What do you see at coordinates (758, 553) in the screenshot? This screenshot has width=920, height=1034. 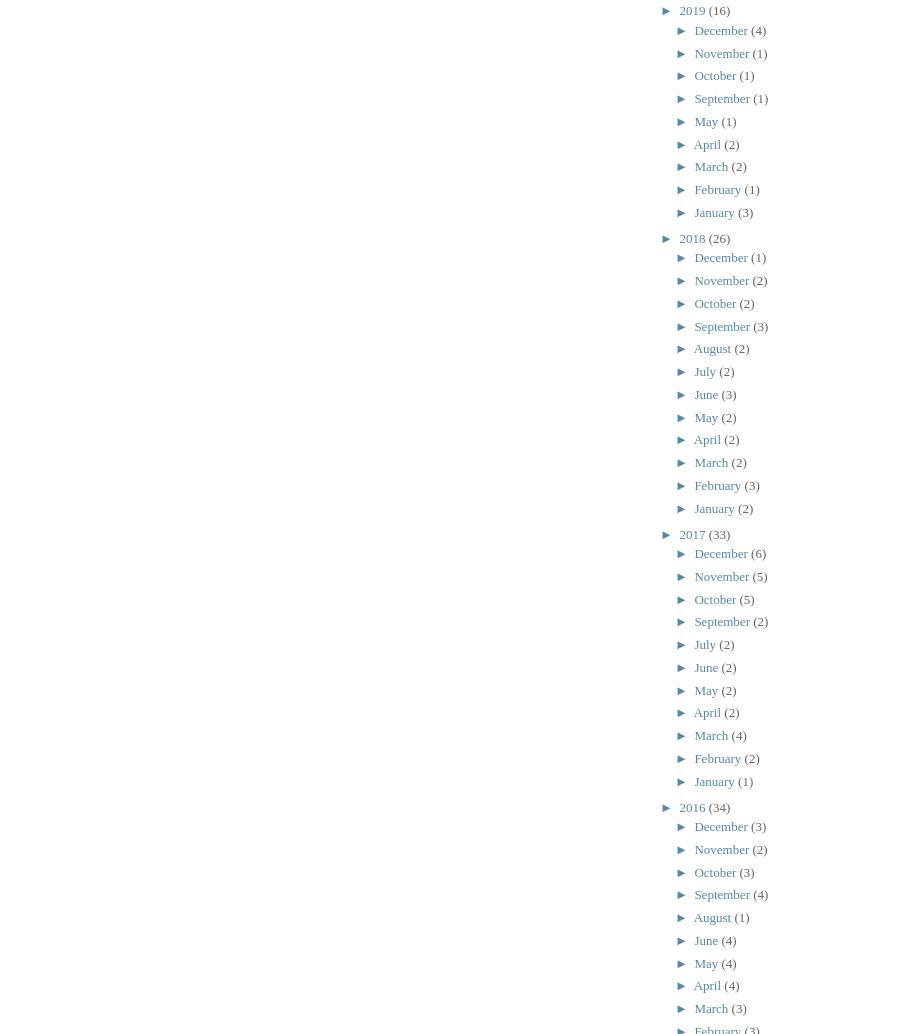 I see `'(6)'` at bounding box center [758, 553].